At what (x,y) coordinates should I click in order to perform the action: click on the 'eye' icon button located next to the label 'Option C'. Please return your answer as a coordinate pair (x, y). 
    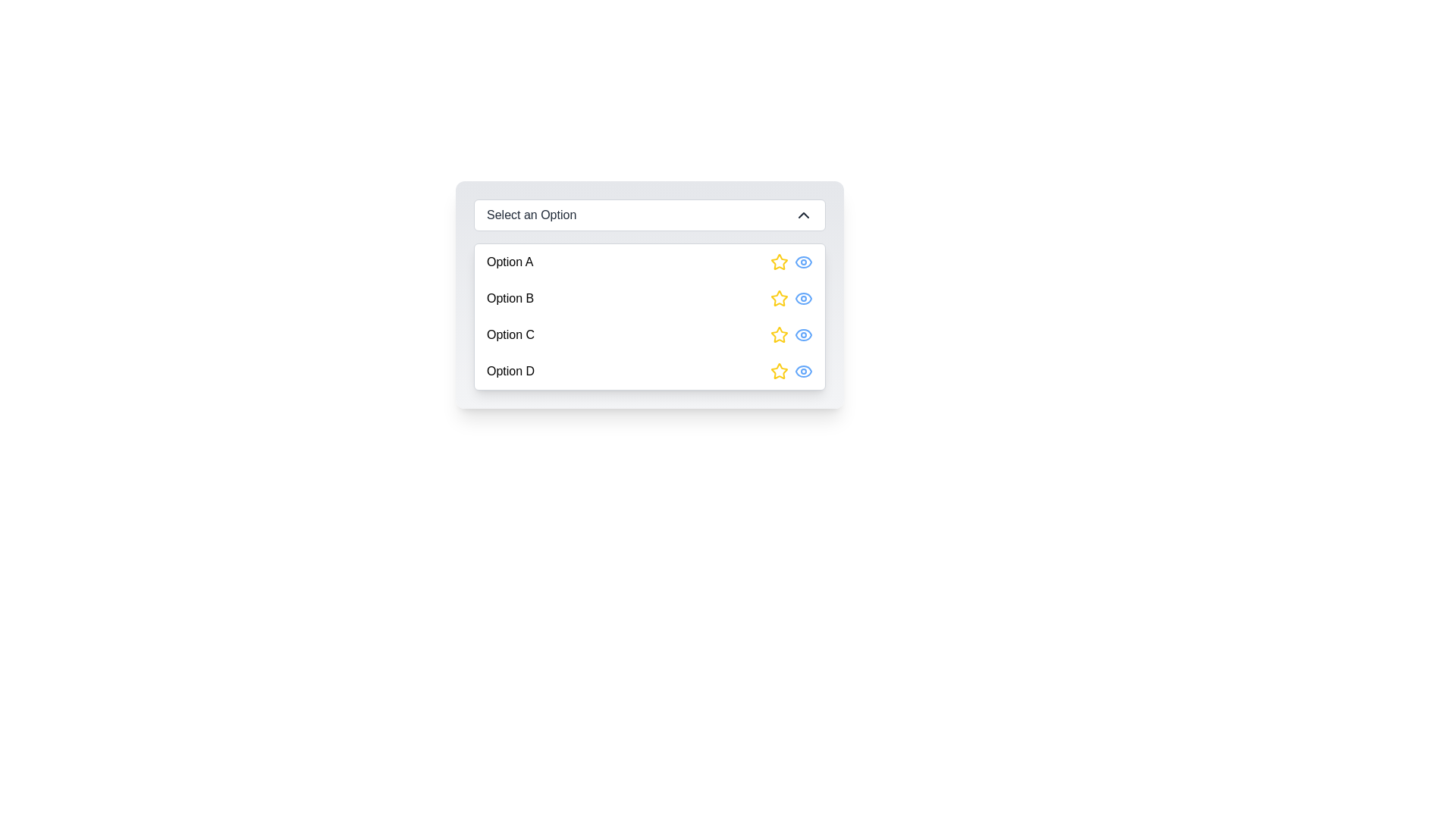
    Looking at the image, I should click on (803, 334).